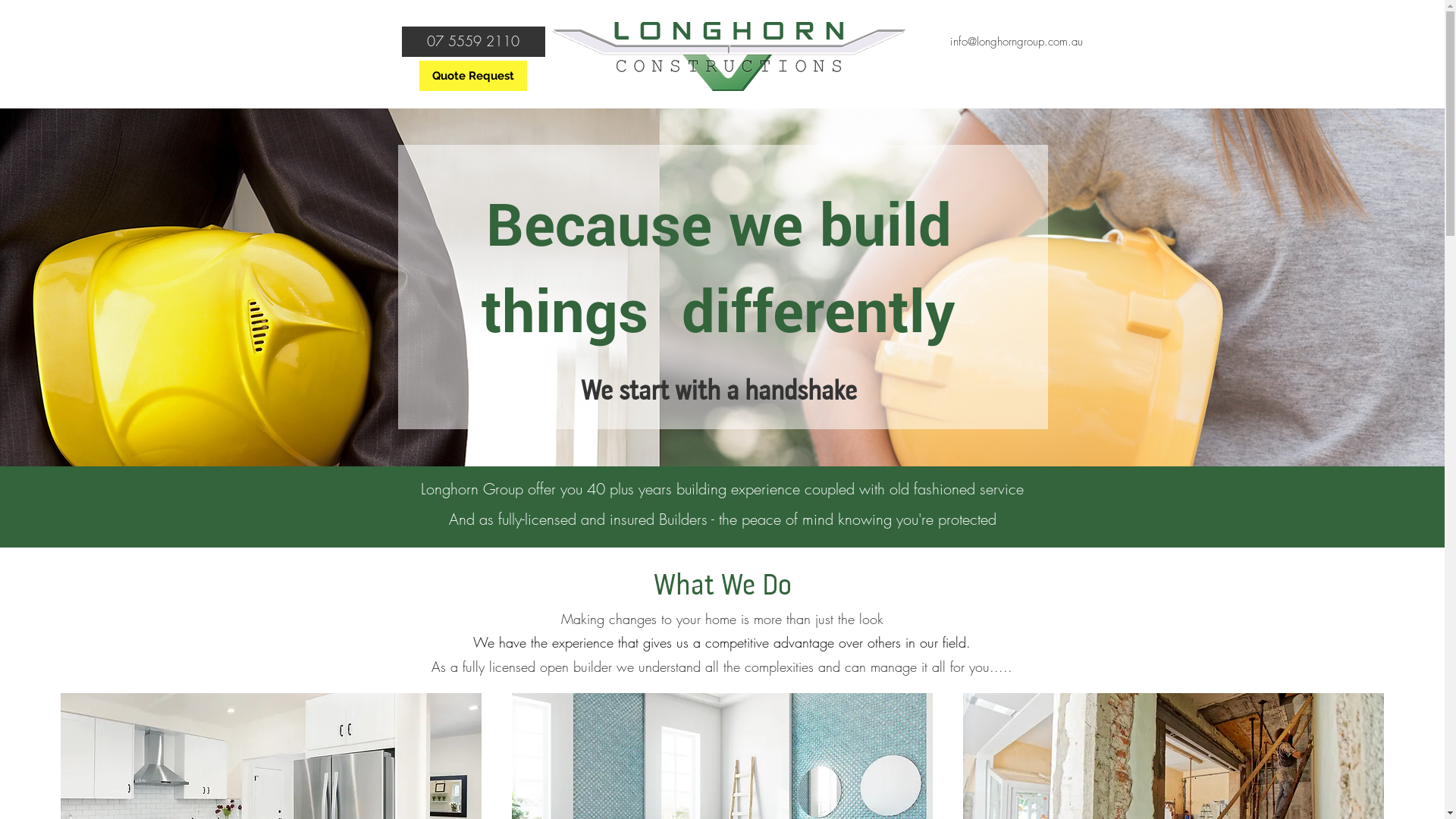 Image resolution: width=1456 pixels, height=819 pixels. Describe the element at coordinates (1015, 40) in the screenshot. I see `'info@longhorngroup.com.au'` at that location.